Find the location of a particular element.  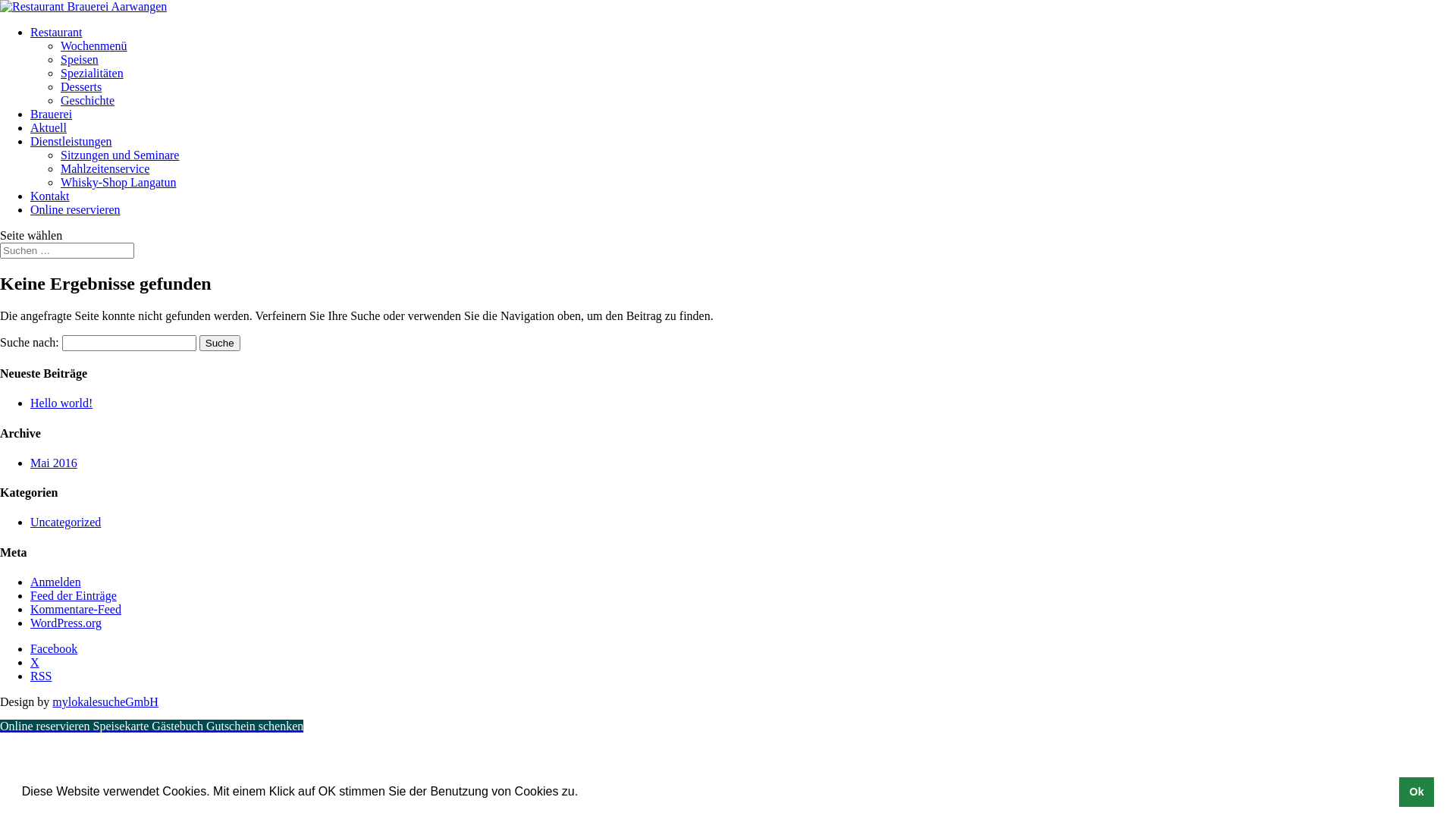

'Suchen nach:' is located at coordinates (66, 249).